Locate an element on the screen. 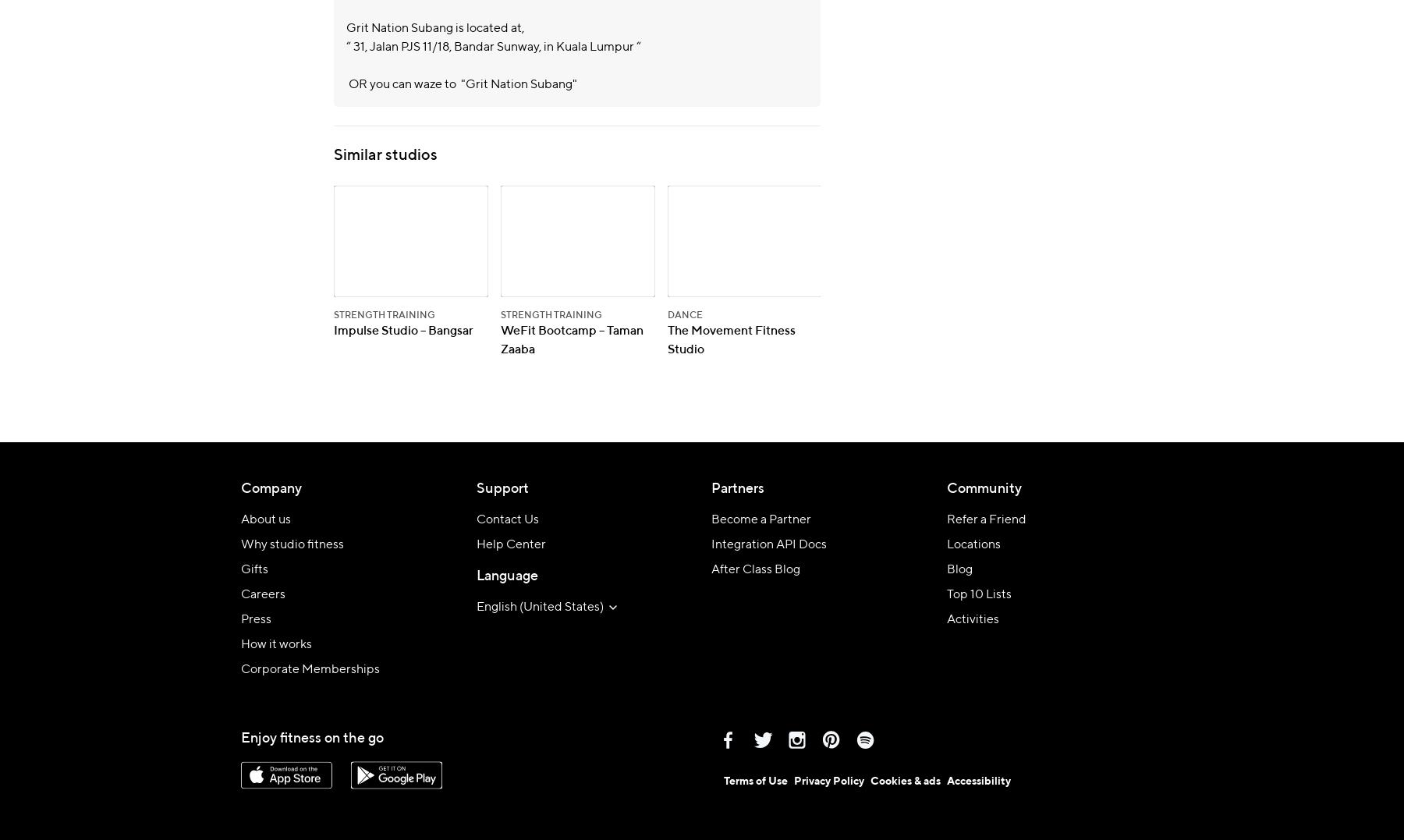 The height and width of the screenshot is (840, 1404). 'Accessibility' is located at coordinates (978, 779).